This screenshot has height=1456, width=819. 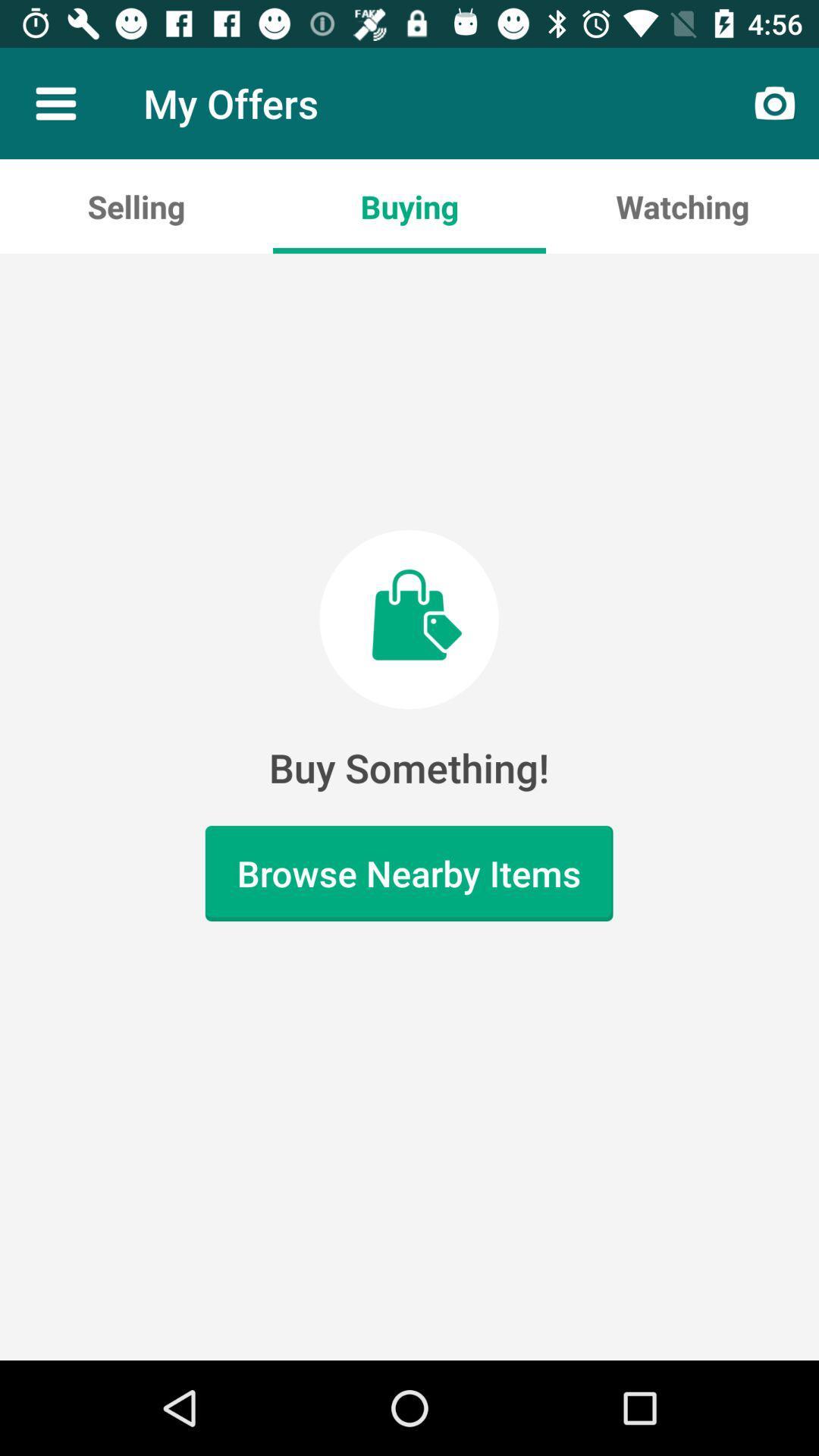 I want to click on buying, so click(x=409, y=206).